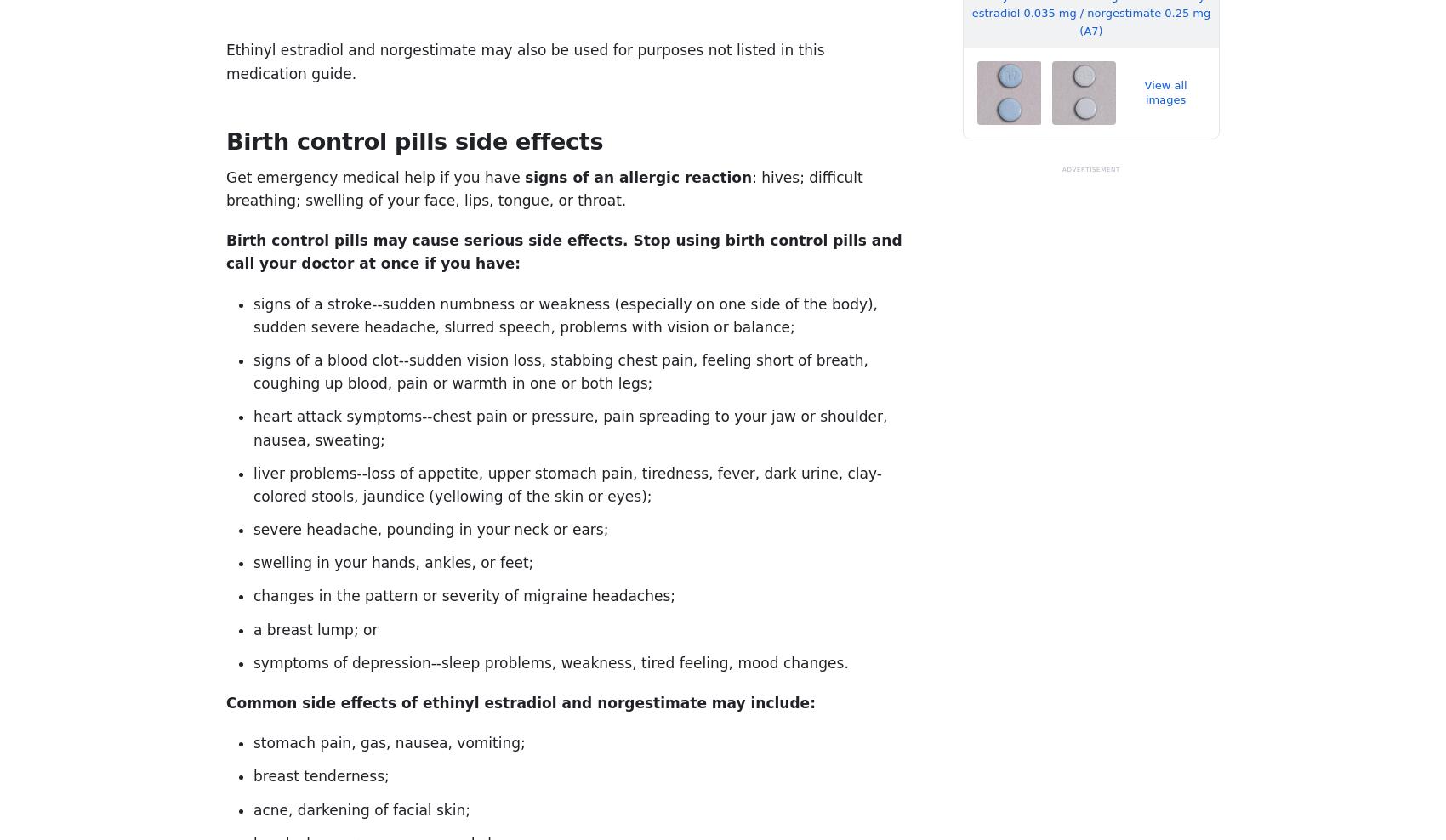 The image size is (1446, 840). What do you see at coordinates (464, 595) in the screenshot?
I see `'changes in the pattern or severity of migraine headaches;'` at bounding box center [464, 595].